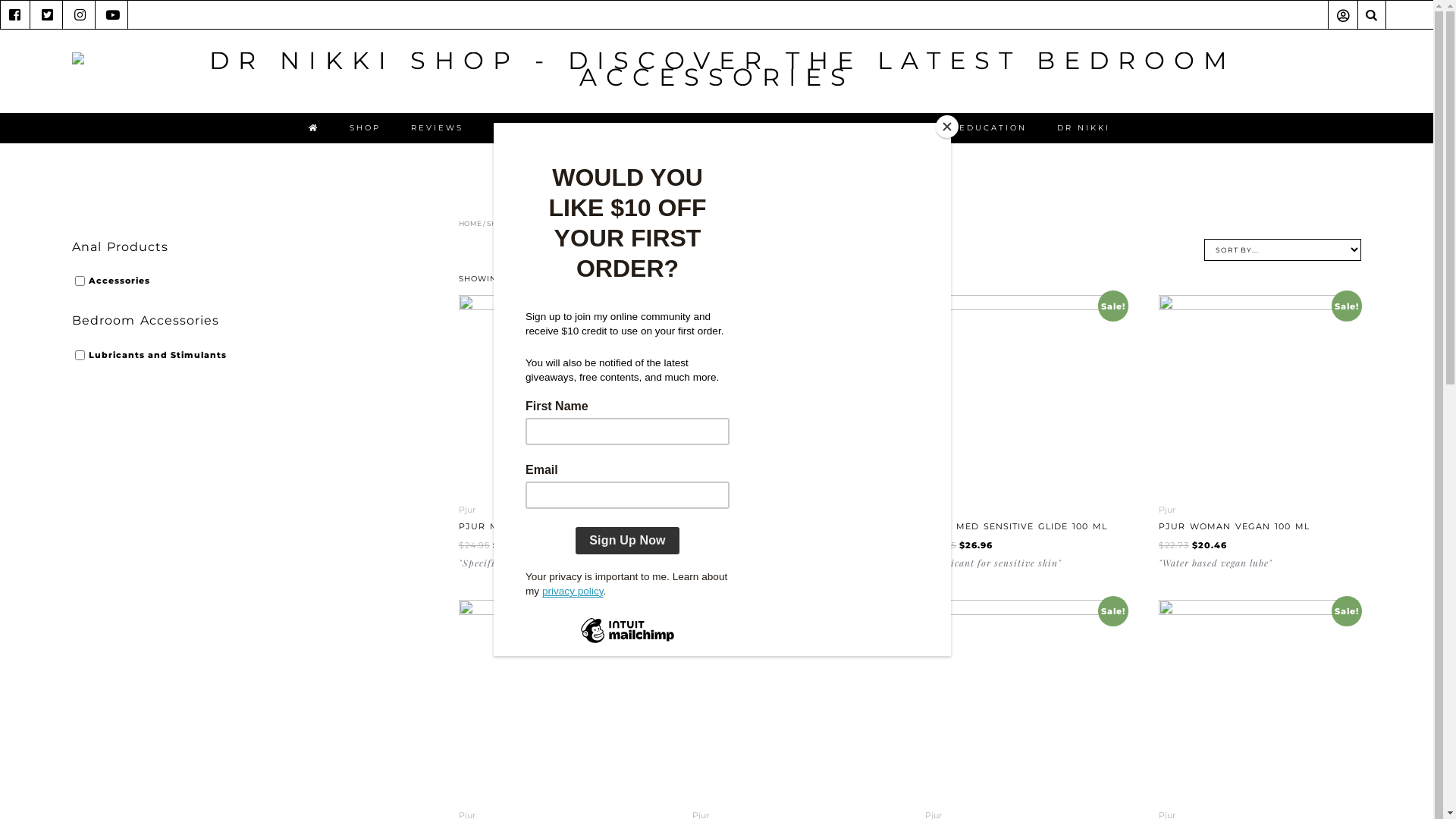  I want to click on 'SEX TOY CONSULT', so click(725, 119).